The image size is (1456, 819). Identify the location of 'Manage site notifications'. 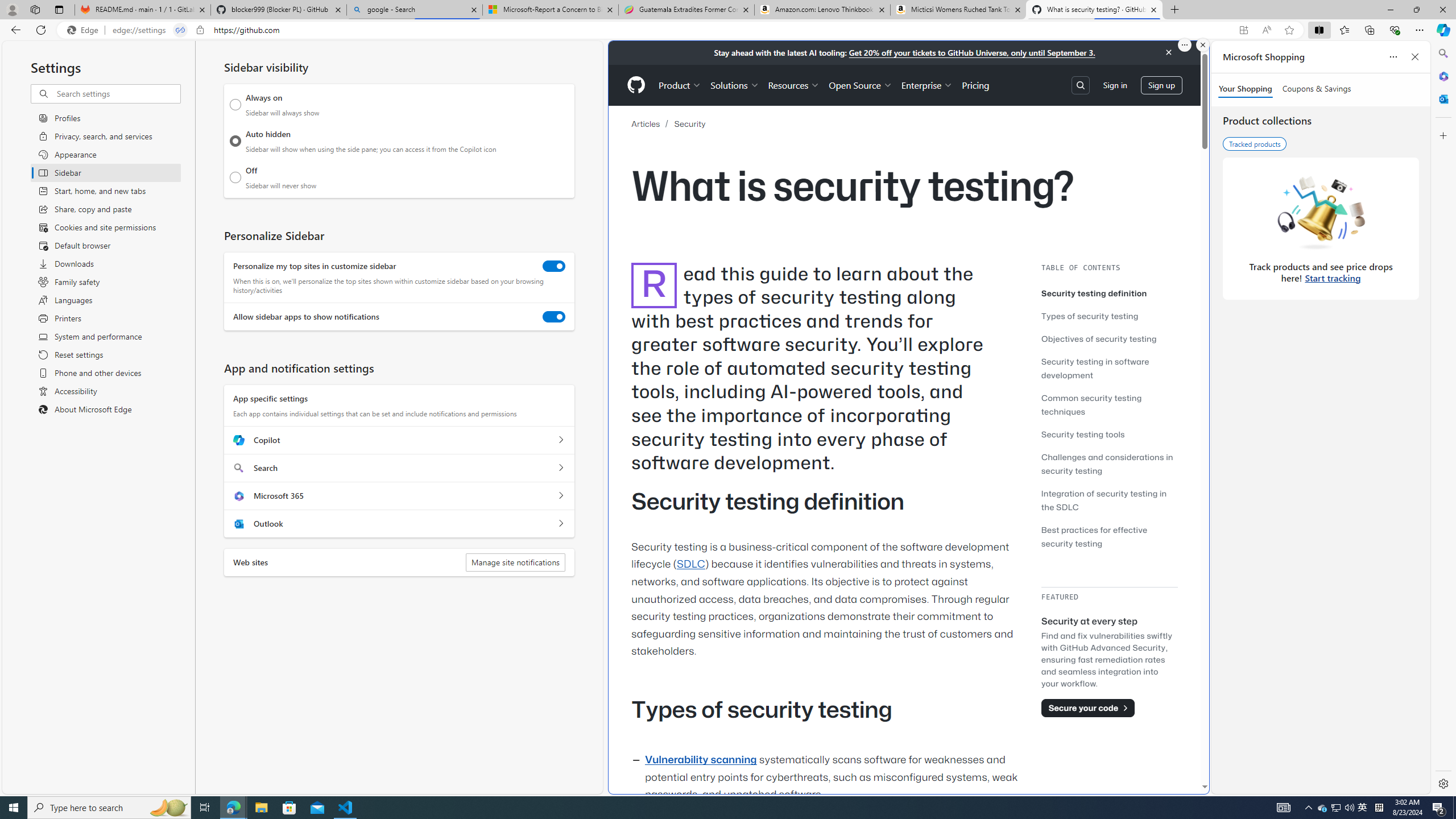
(515, 562).